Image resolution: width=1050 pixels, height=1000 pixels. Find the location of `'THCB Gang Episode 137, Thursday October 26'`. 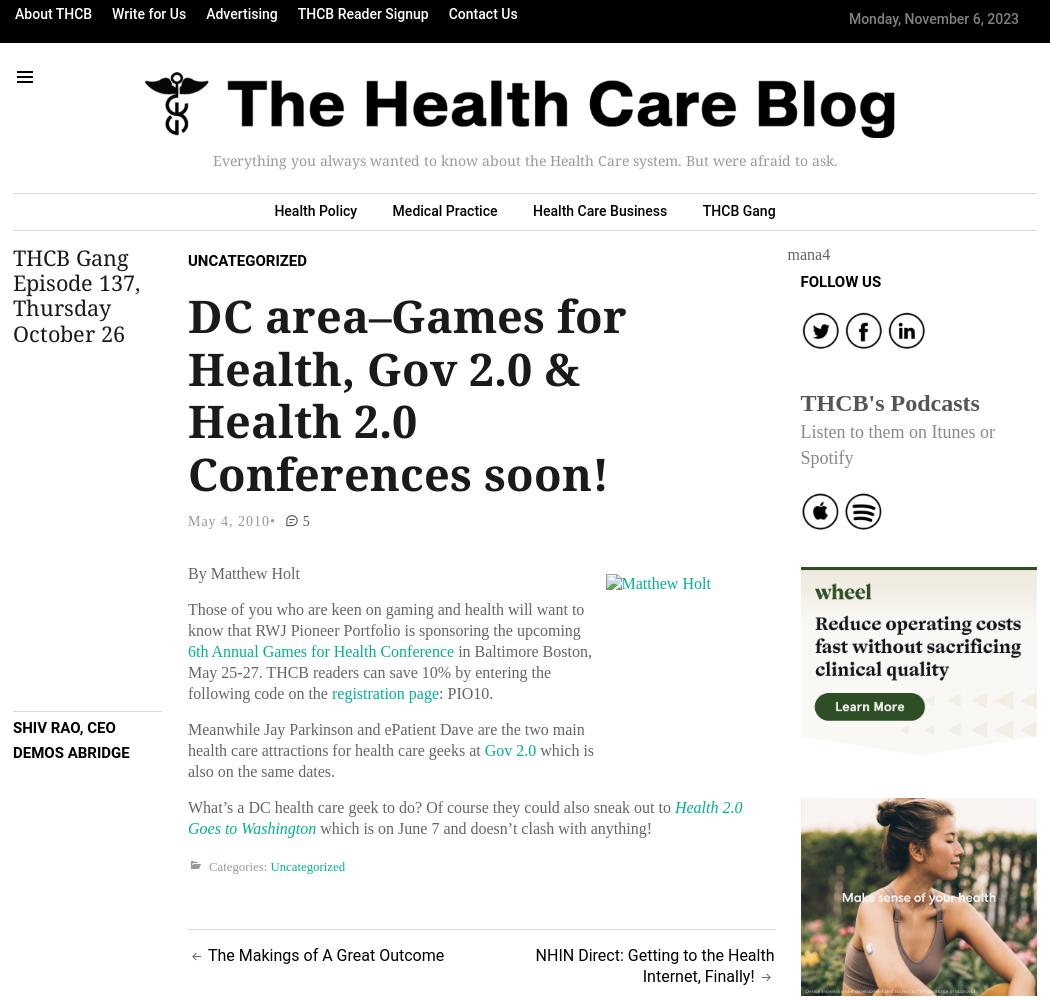

'THCB Gang Episode 137, Thursday October 26' is located at coordinates (76, 295).